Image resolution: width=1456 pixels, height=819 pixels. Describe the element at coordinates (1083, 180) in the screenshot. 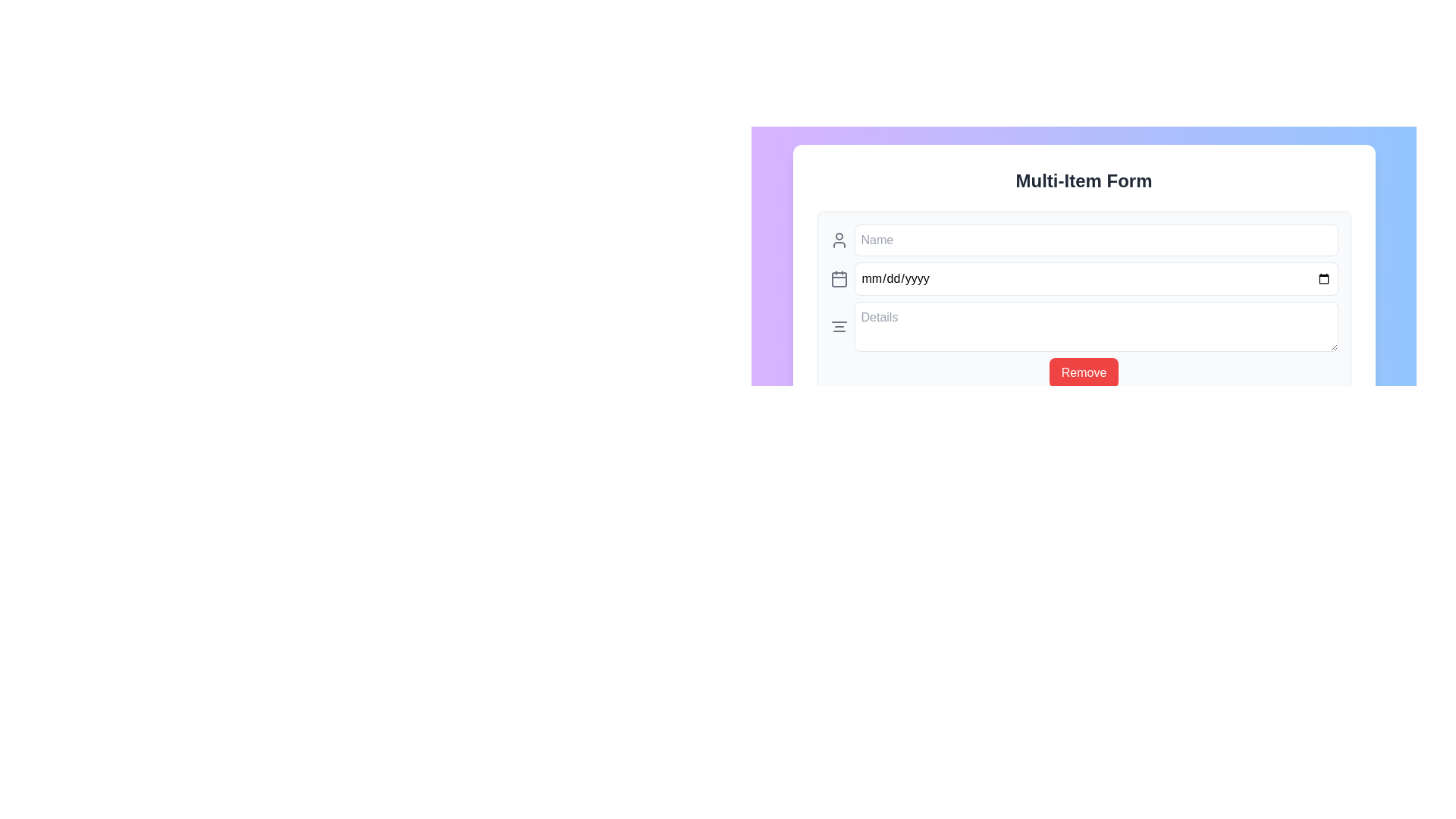

I see `the text label at the top of the form to interact with potential tooltips` at that location.